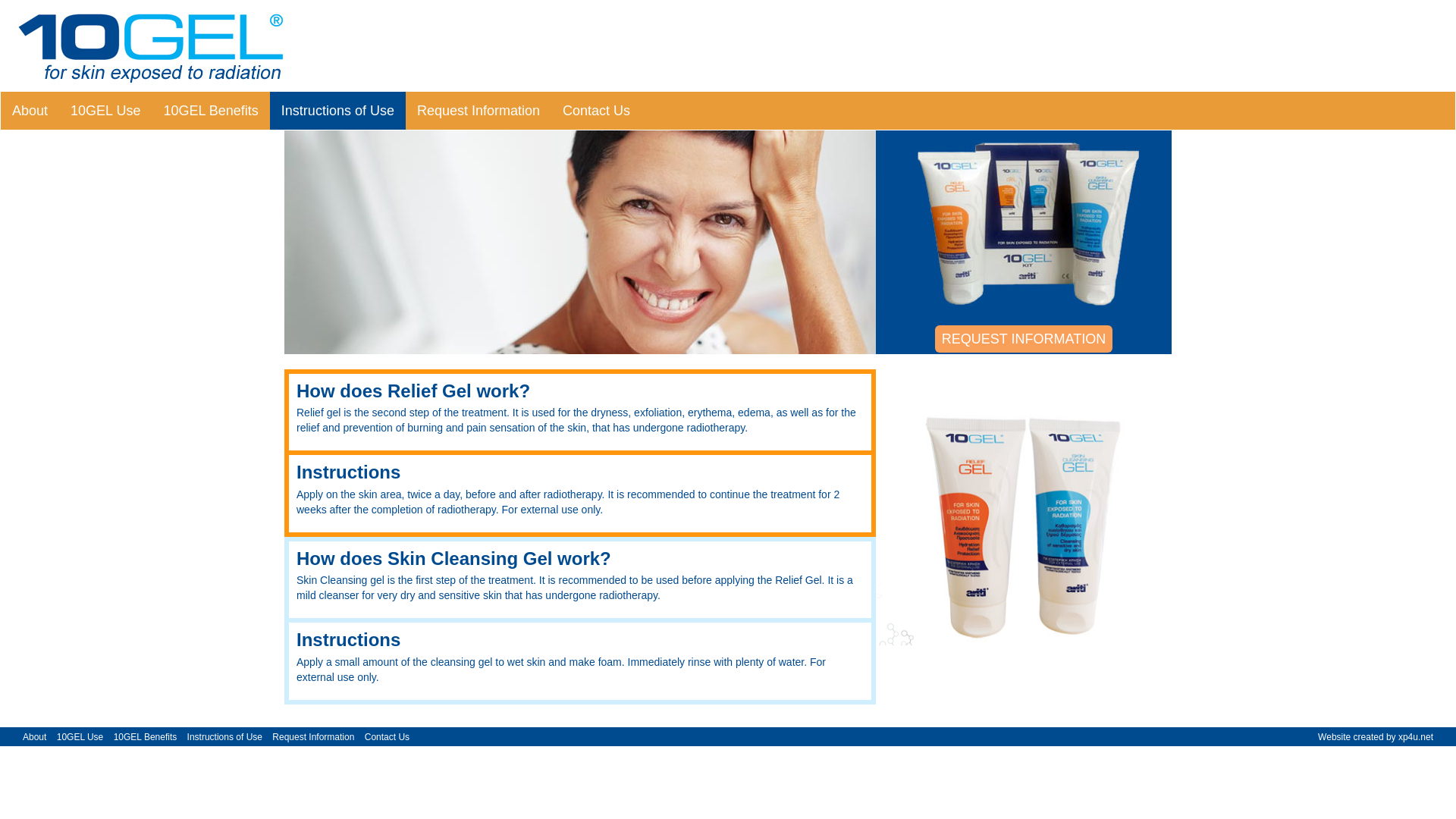 Image resolution: width=1456 pixels, height=819 pixels. I want to click on '10GEL Use', so click(105, 110).